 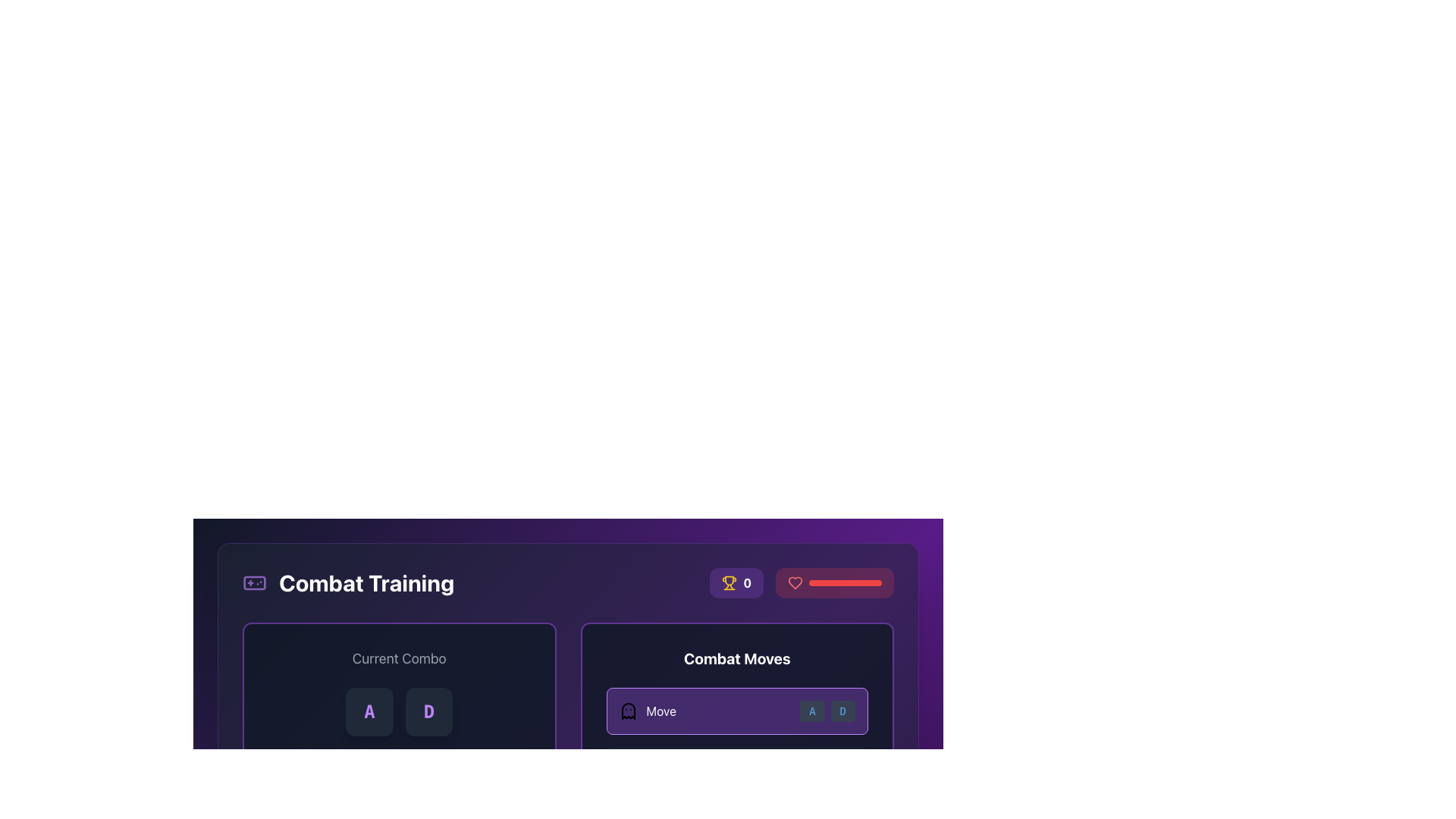 What do you see at coordinates (428, 711) in the screenshot?
I see `the second button labeled 'D' in bold purple font, located towards the bottom-center of the interface under the label 'Current Combo'` at bounding box center [428, 711].